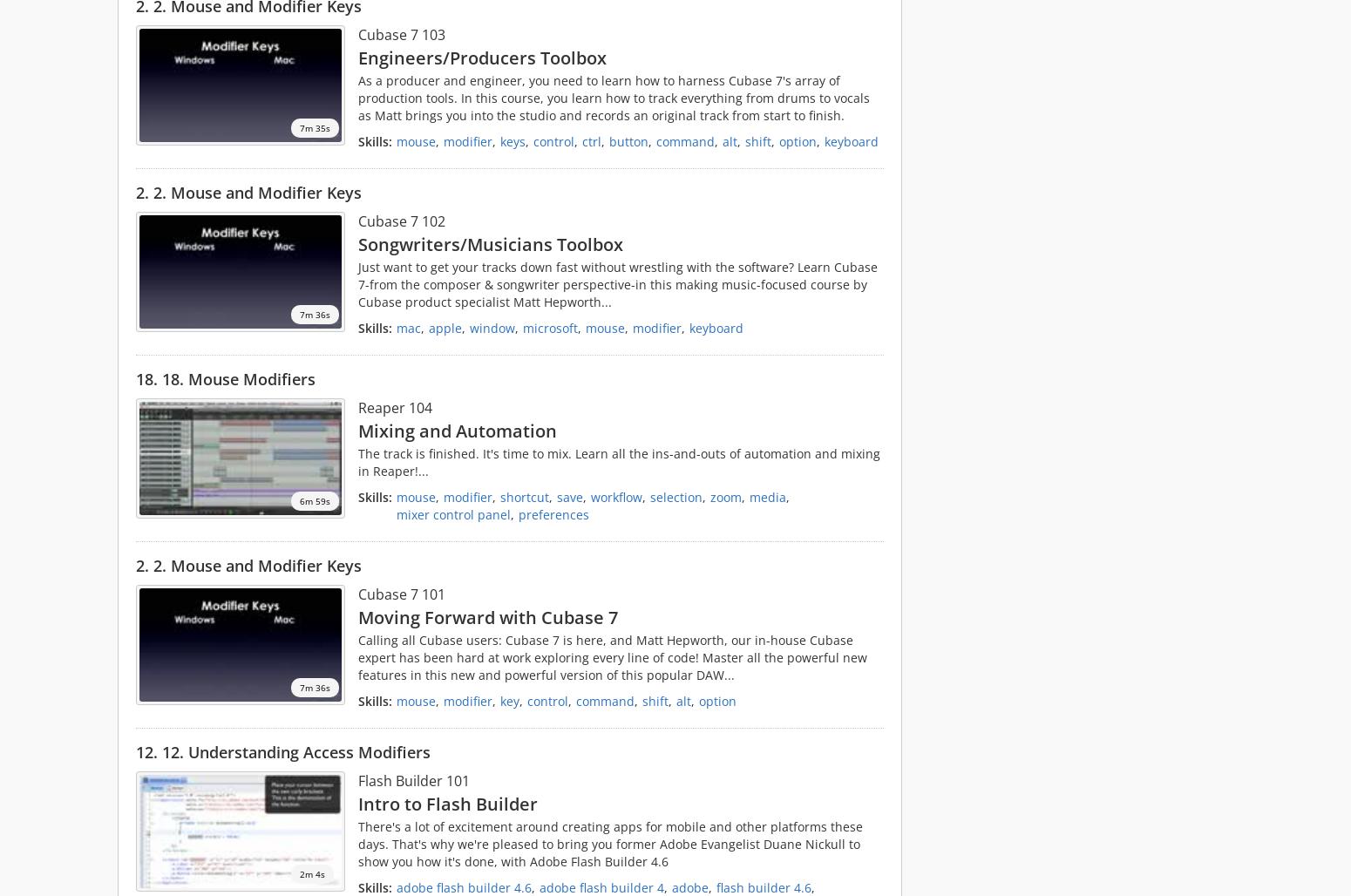 The width and height of the screenshot is (1351, 896). Describe the element at coordinates (358, 429) in the screenshot. I see `'Mixing and Automation'` at that location.